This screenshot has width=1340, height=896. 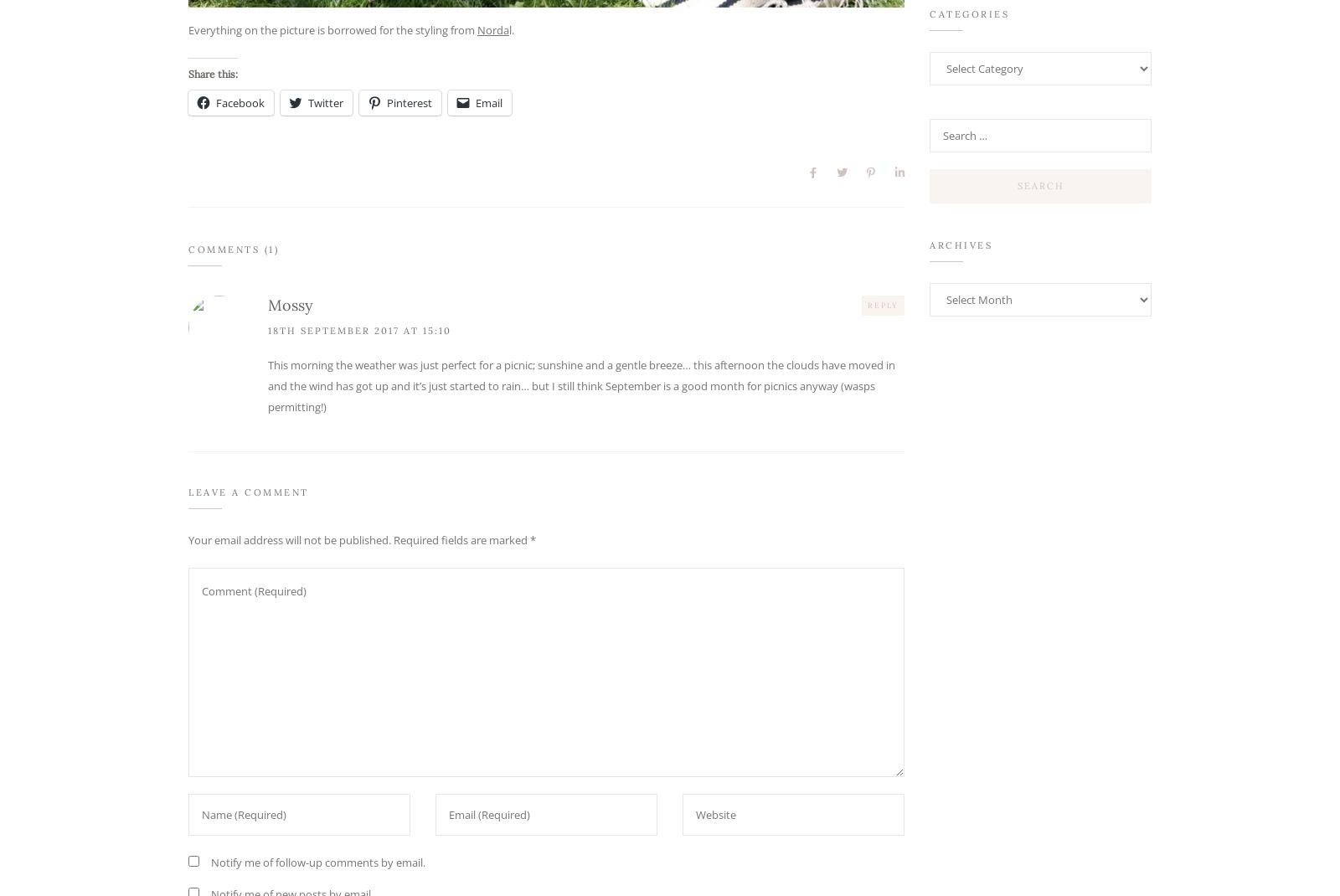 I want to click on 'Pinterest', so click(x=408, y=103).